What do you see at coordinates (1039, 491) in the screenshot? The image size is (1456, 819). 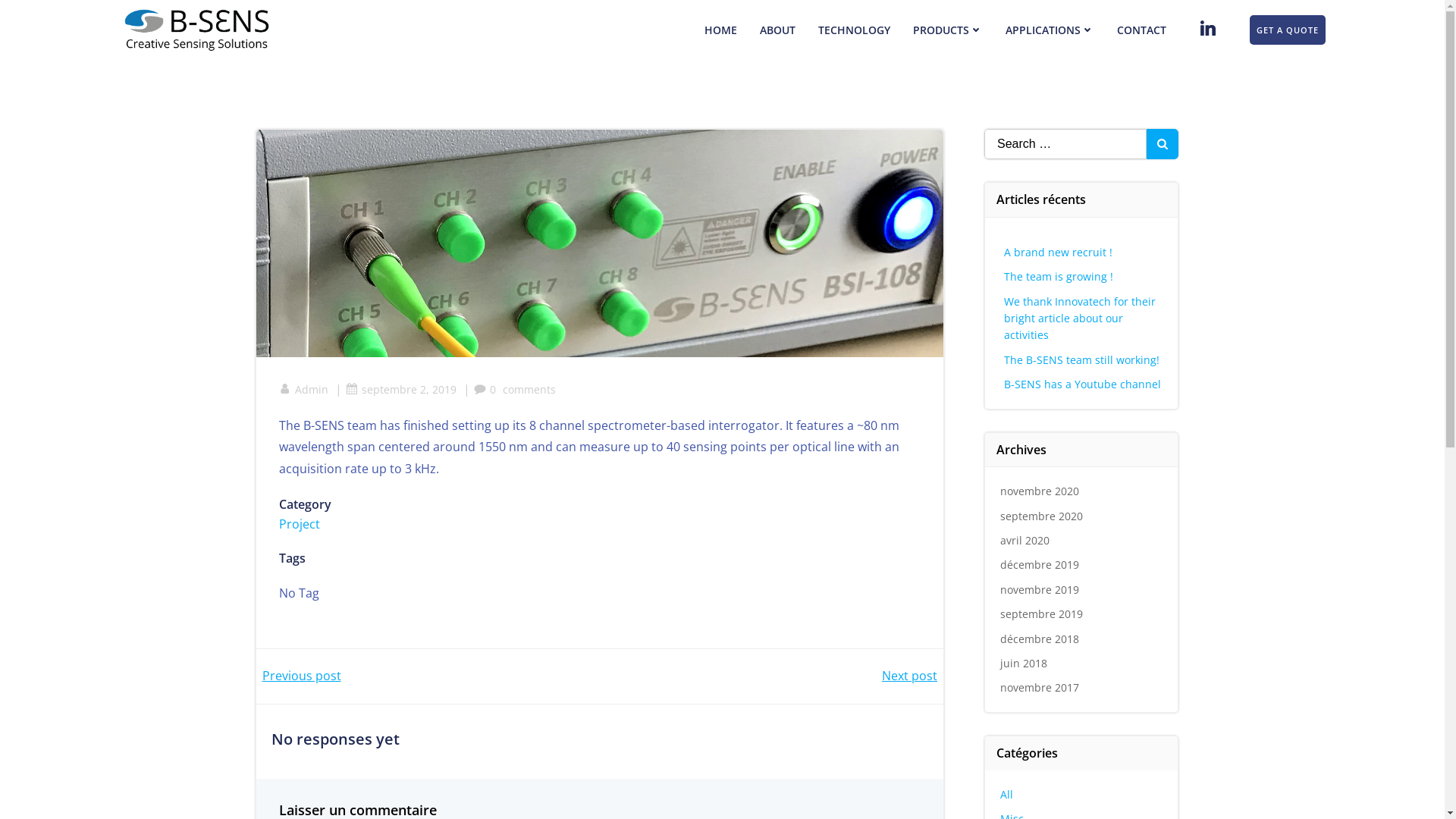 I see `'novembre 2020'` at bounding box center [1039, 491].